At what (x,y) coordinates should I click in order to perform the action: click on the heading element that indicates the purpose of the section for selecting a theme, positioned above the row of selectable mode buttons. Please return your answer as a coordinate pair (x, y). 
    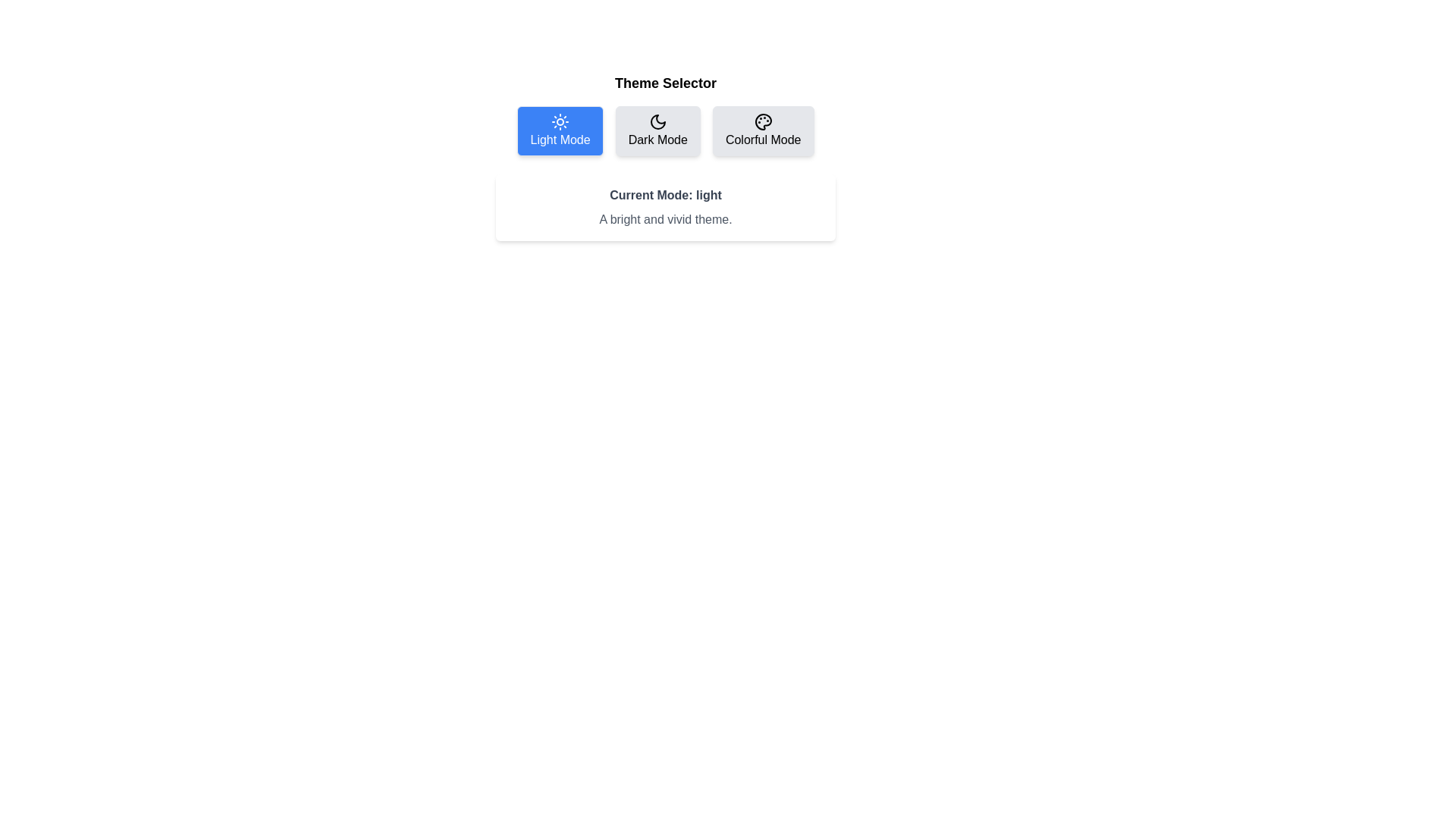
    Looking at the image, I should click on (666, 83).